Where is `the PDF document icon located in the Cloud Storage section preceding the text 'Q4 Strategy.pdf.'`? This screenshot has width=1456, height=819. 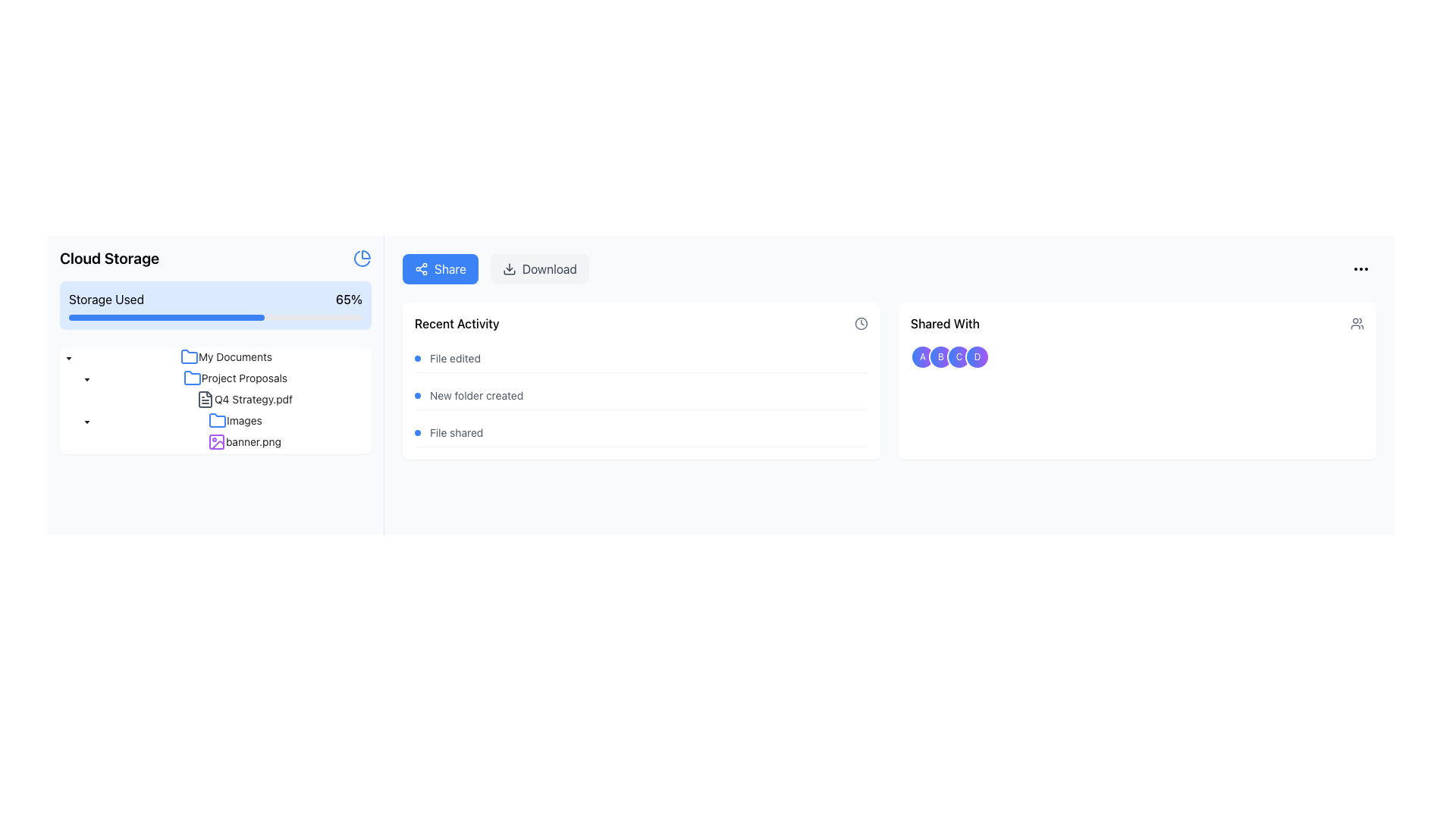
the PDF document icon located in the Cloud Storage section preceding the text 'Q4 Strategy.pdf.' is located at coordinates (204, 399).